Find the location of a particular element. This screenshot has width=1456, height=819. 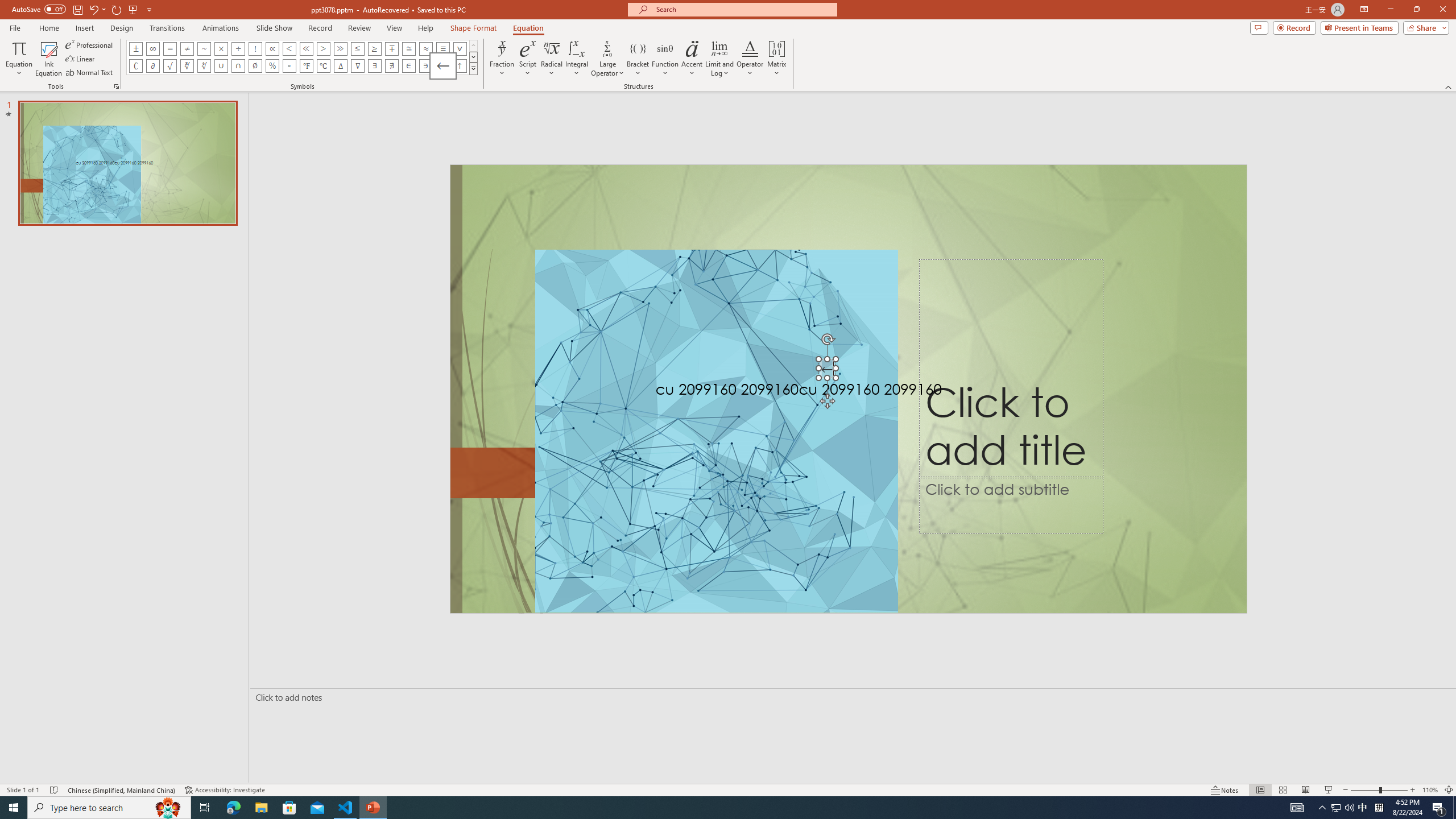

'Function' is located at coordinates (665, 59).